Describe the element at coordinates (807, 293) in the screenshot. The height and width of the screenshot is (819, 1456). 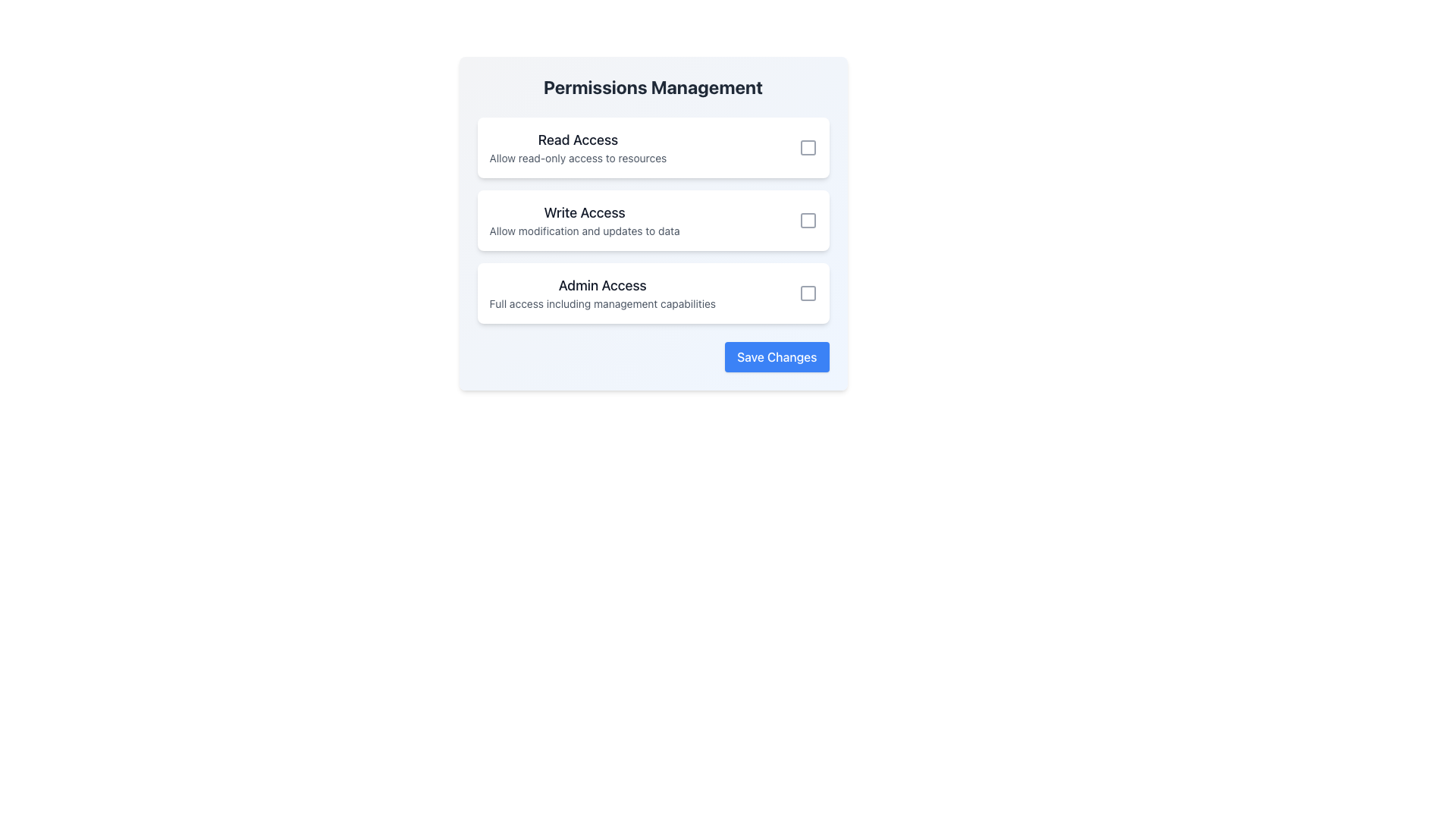
I see `the checkbox for Admin Access permission located in the Permissions Management section` at that location.